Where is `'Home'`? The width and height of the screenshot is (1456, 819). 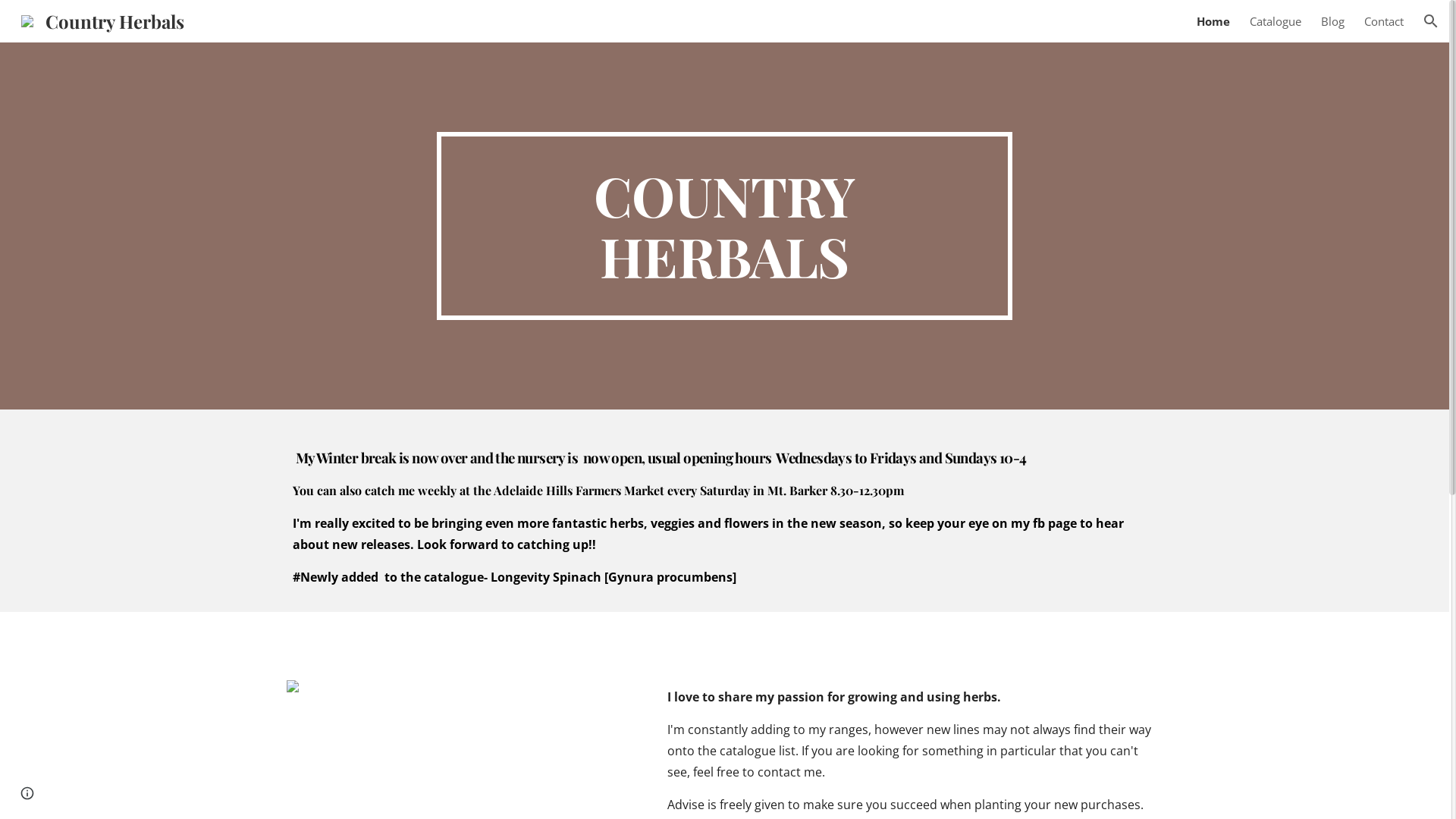 'Home' is located at coordinates (1196, 20).